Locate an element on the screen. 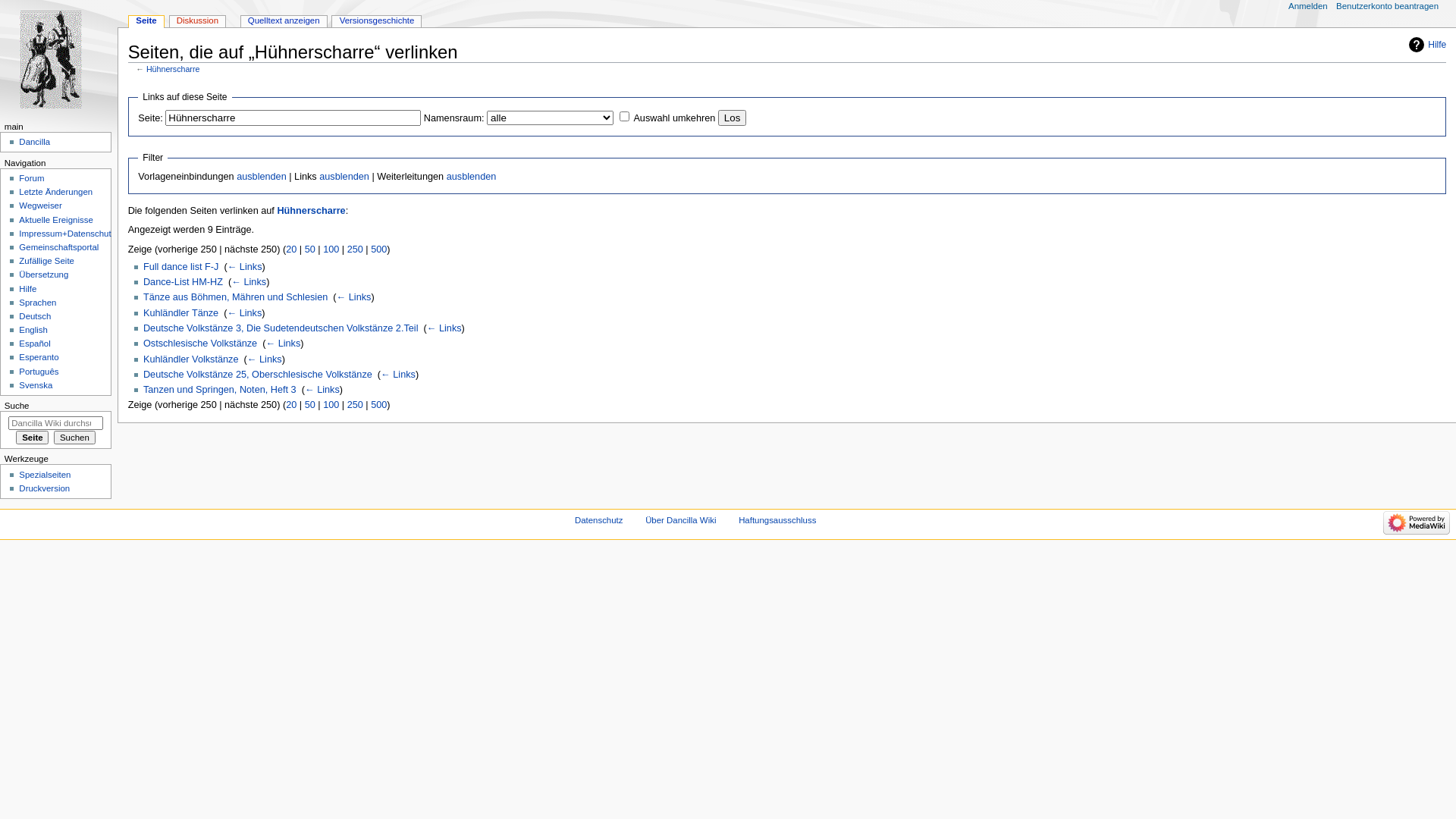  'Dancilla' is located at coordinates (34, 141).